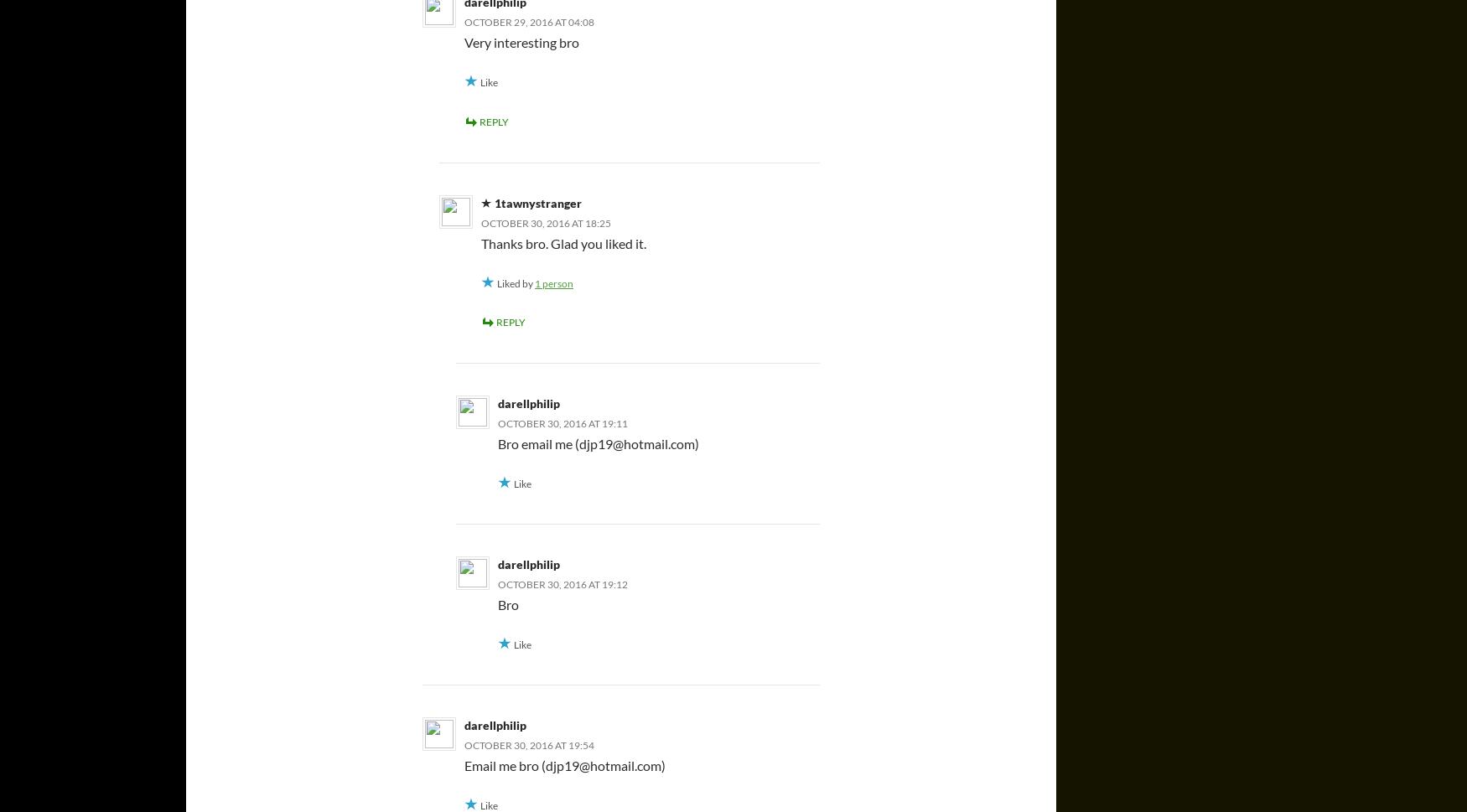 This screenshot has height=812, width=1467. What do you see at coordinates (497, 422) in the screenshot?
I see `'October 30, 2016 at 19:11'` at bounding box center [497, 422].